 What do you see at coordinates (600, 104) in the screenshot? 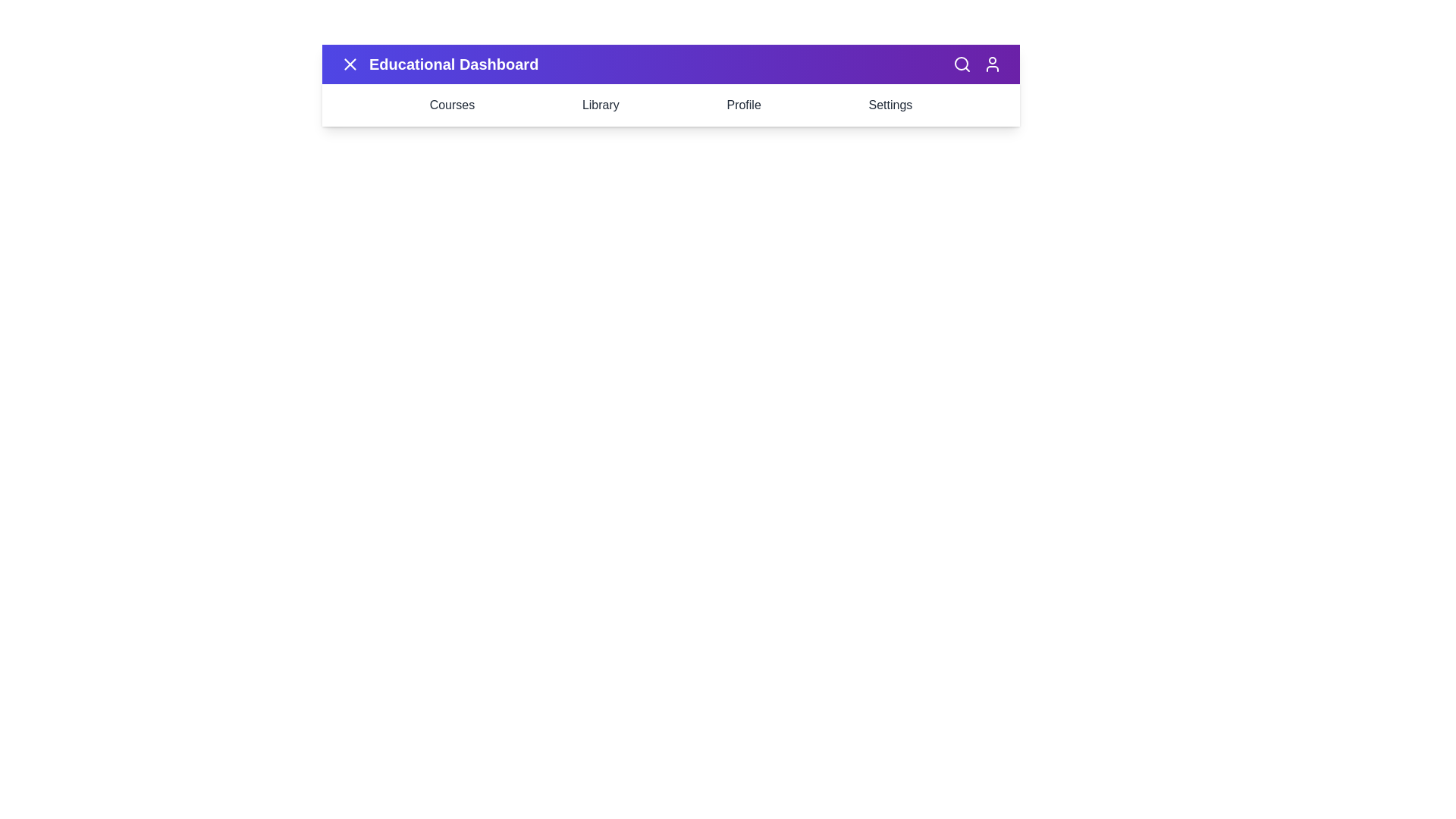
I see `the 'Library' menu item` at bounding box center [600, 104].